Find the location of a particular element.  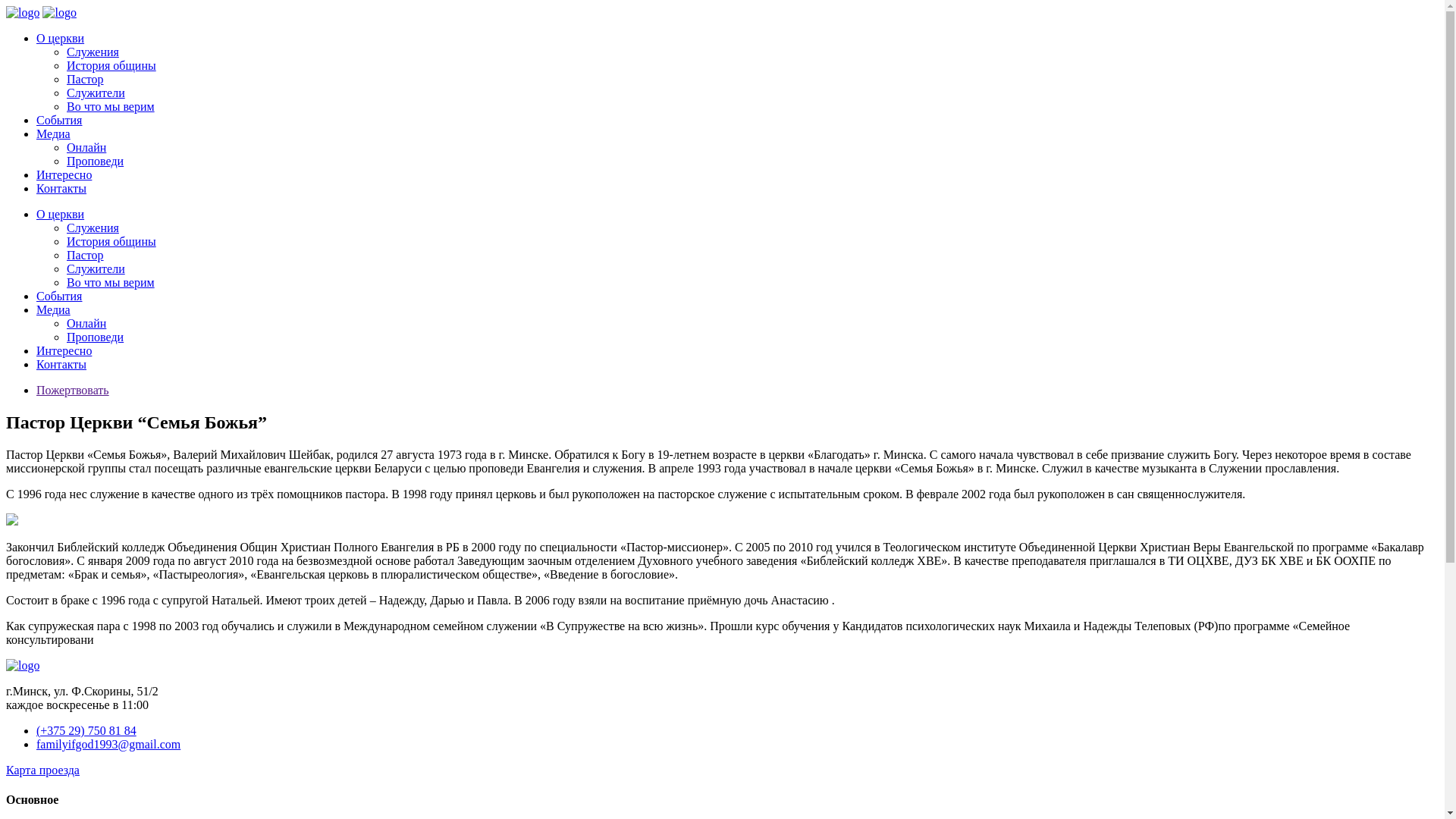

'familyifgod1993@gmail.com' is located at coordinates (108, 743).